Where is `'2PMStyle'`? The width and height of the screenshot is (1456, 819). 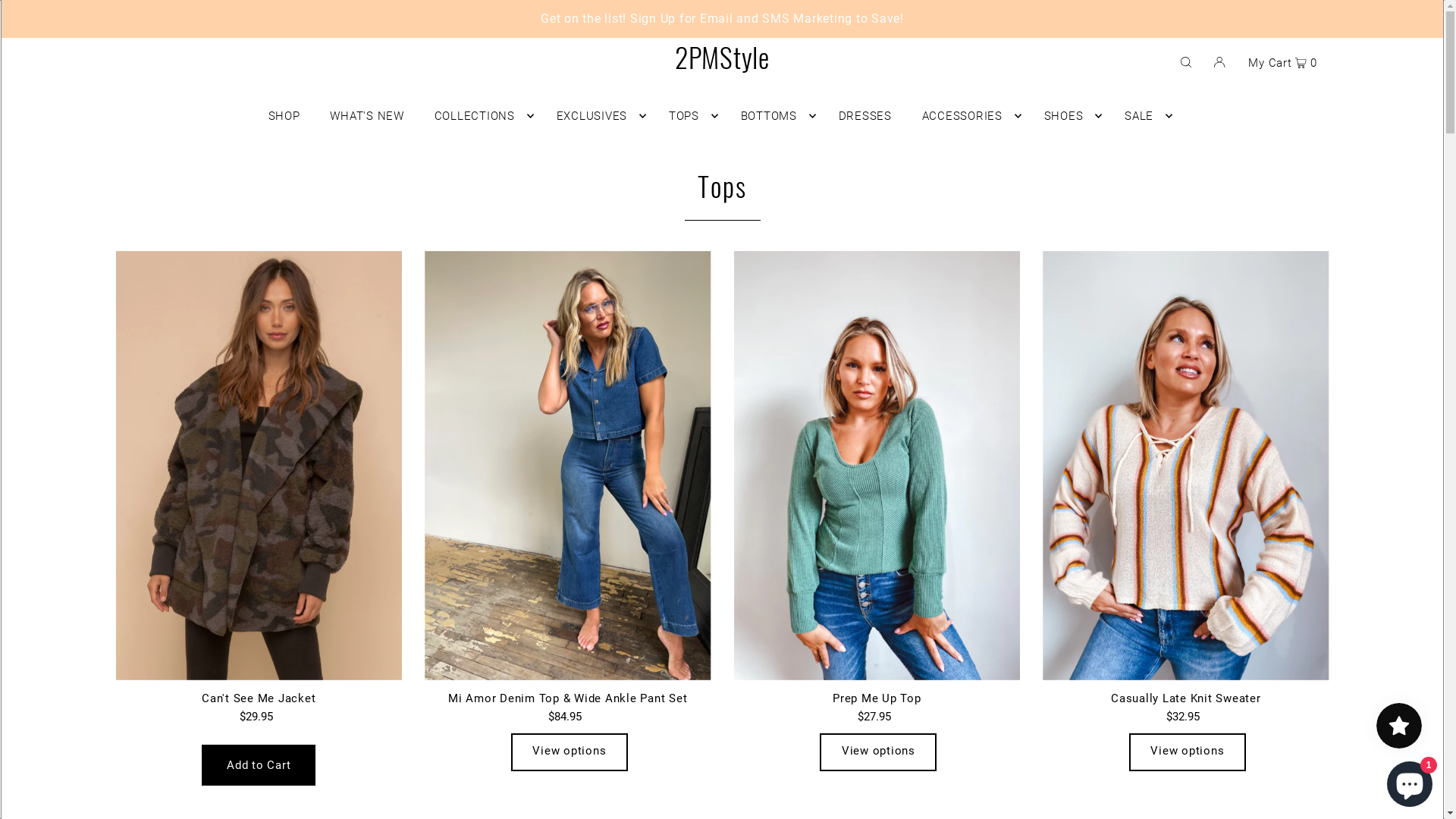
'2PMStyle' is located at coordinates (721, 55).